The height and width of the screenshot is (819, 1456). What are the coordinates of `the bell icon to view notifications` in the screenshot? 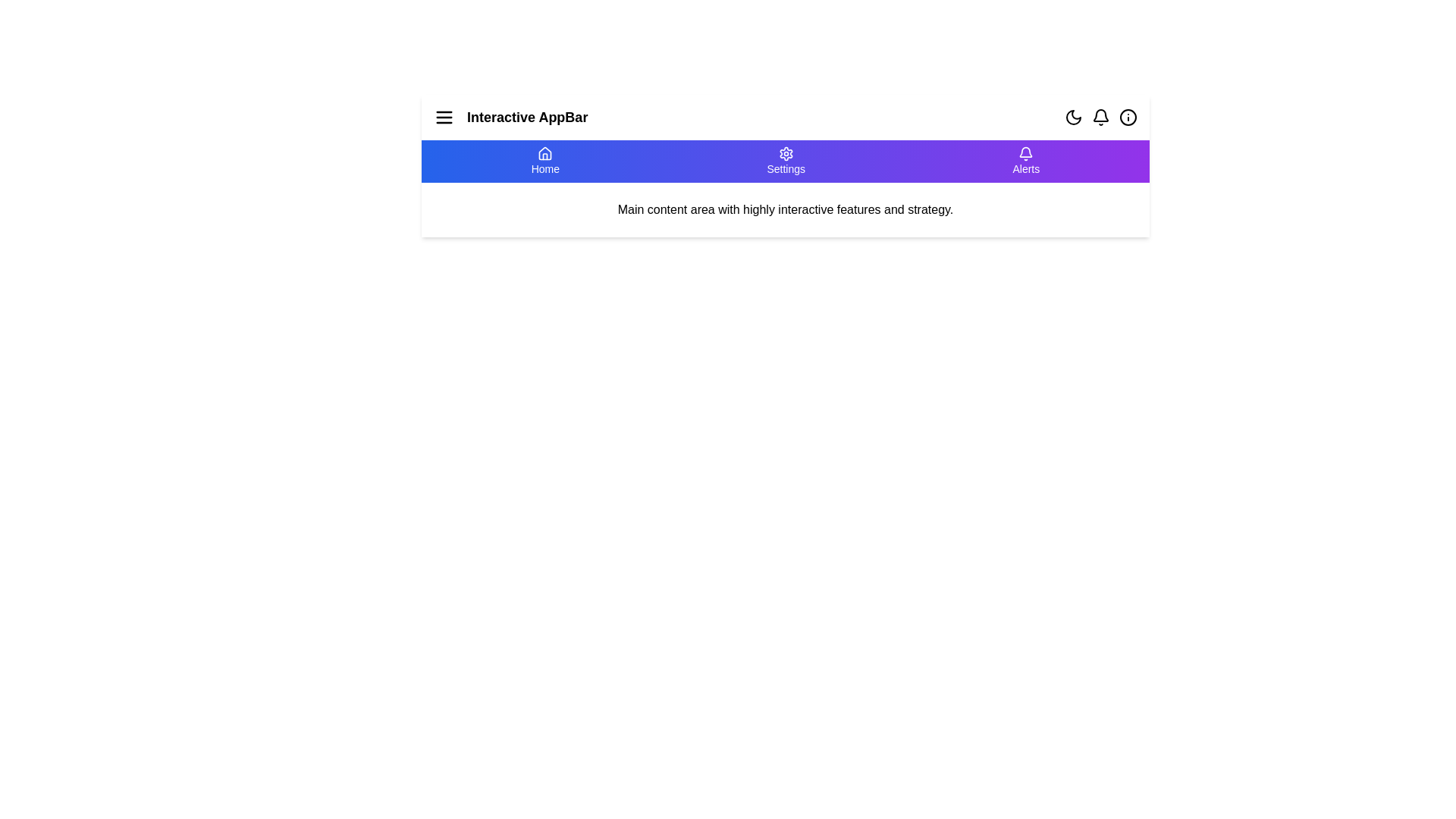 It's located at (1100, 116).